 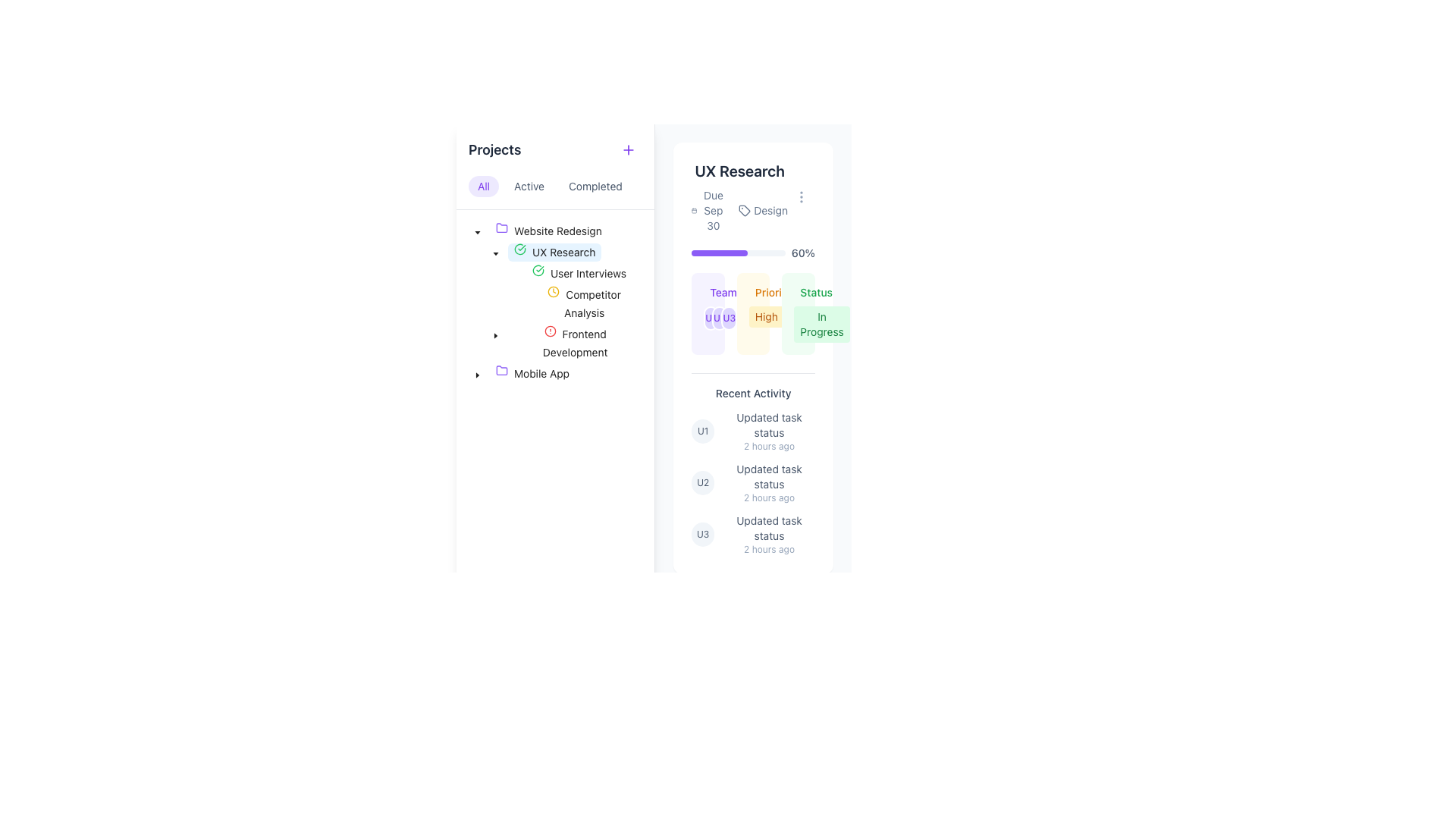 I want to click on the left circular portion of the checkmark icon indicating the positive status of the 'UX Research' project in the 'Projects' section, so click(x=520, y=248).